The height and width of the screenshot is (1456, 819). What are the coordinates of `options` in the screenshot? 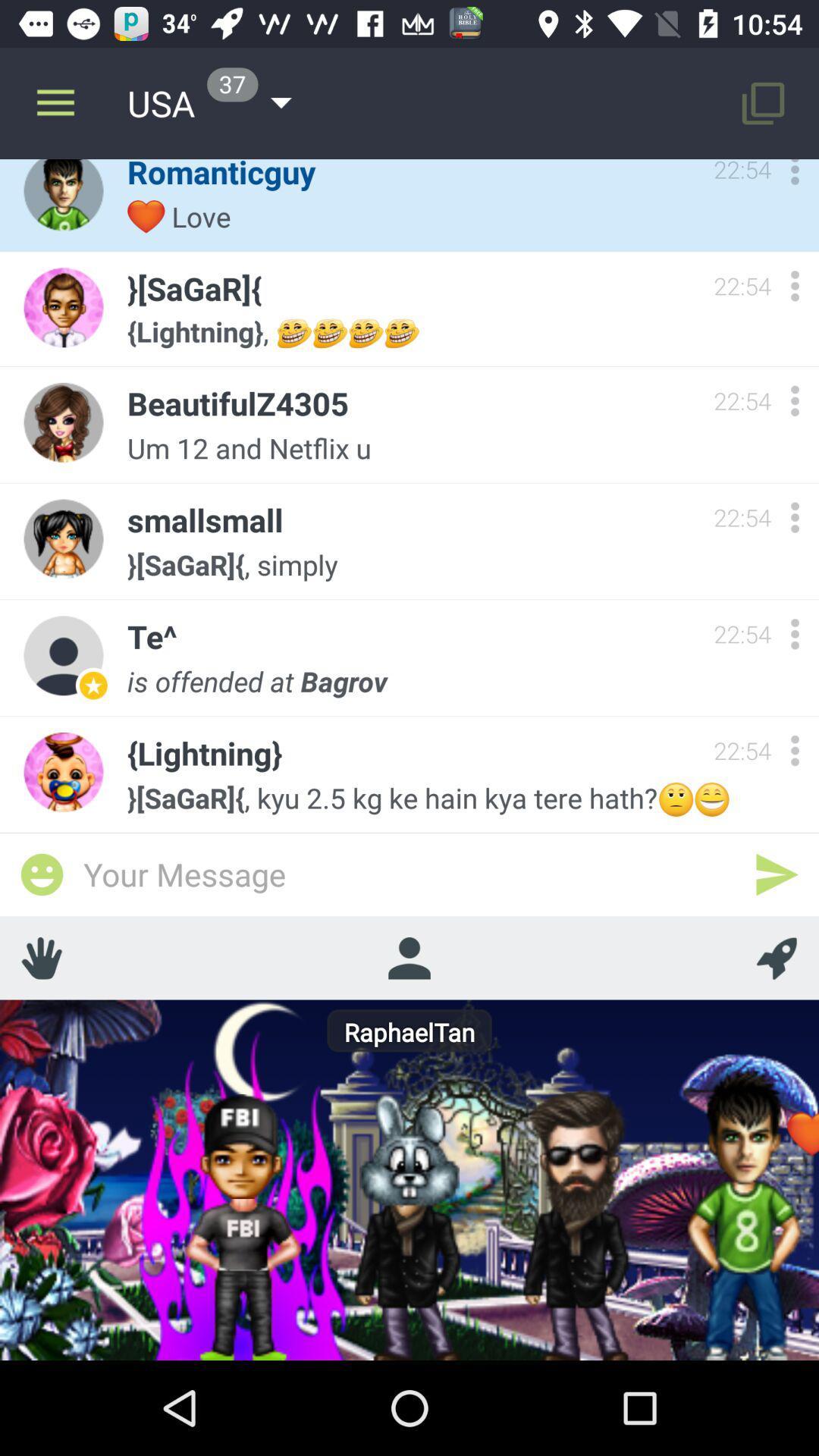 It's located at (794, 176).